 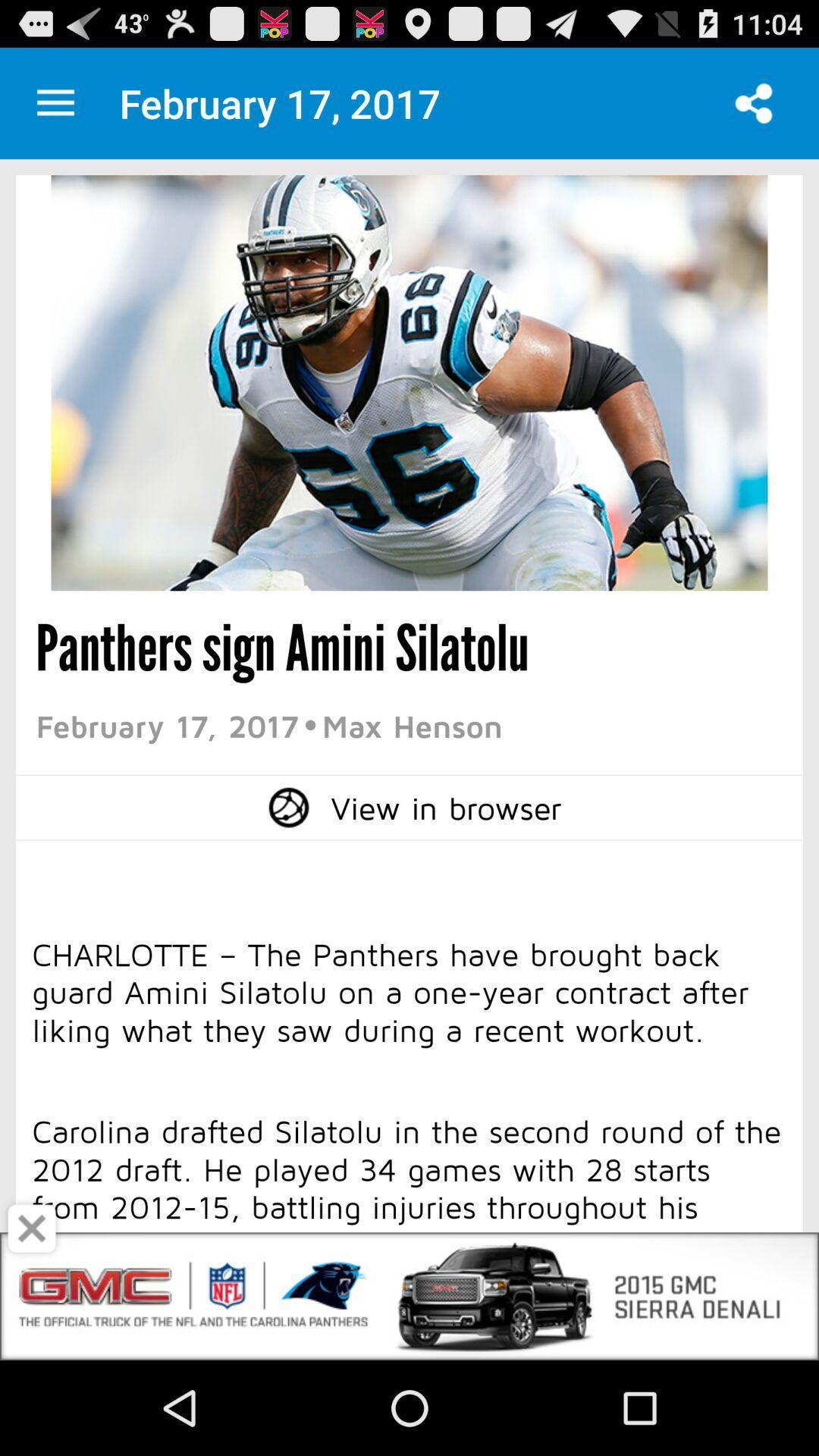 What do you see at coordinates (409, 1295) in the screenshot?
I see `advertisement logo` at bounding box center [409, 1295].